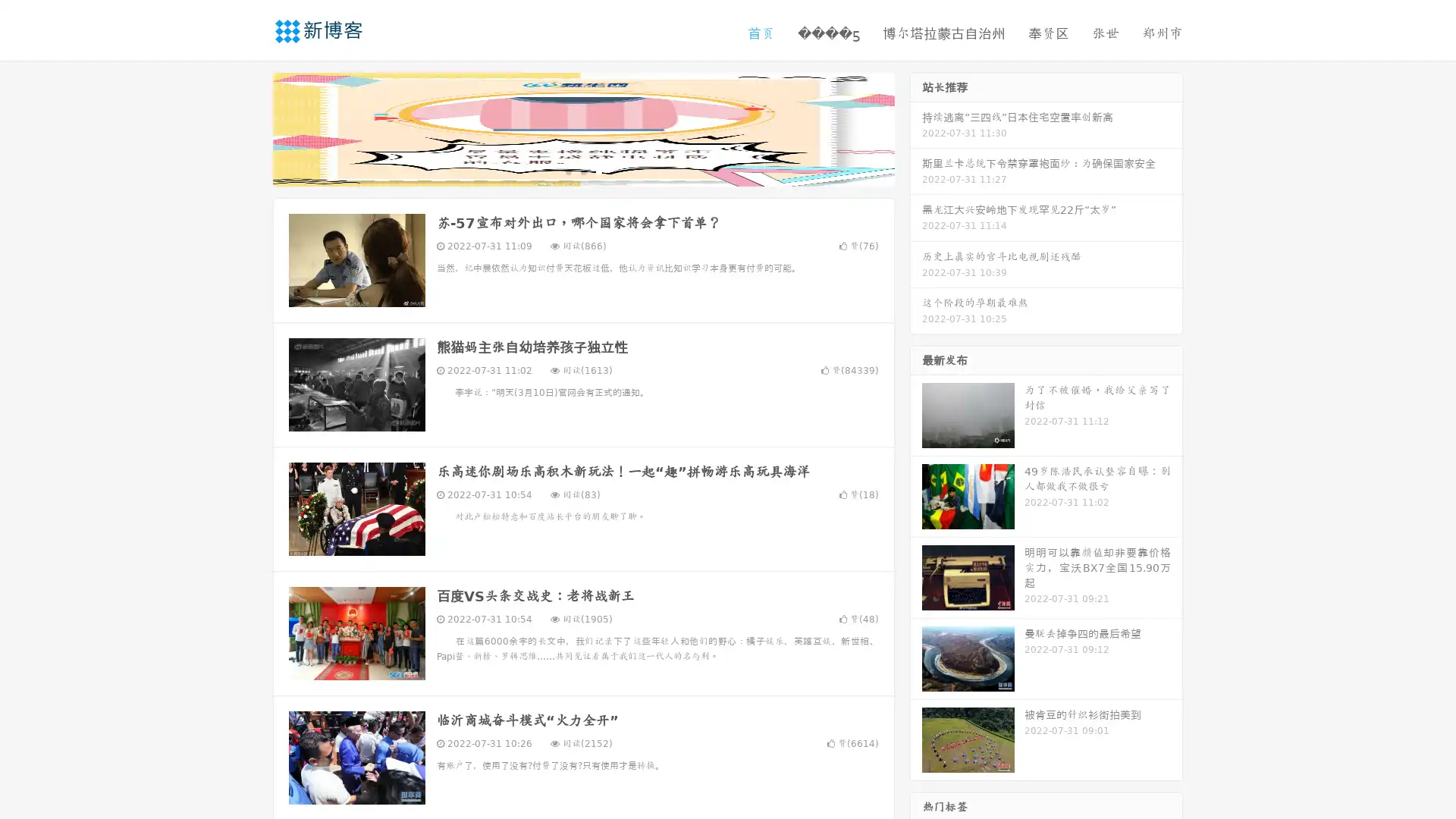  Describe the element at coordinates (250, 127) in the screenshot. I see `Previous slide` at that location.